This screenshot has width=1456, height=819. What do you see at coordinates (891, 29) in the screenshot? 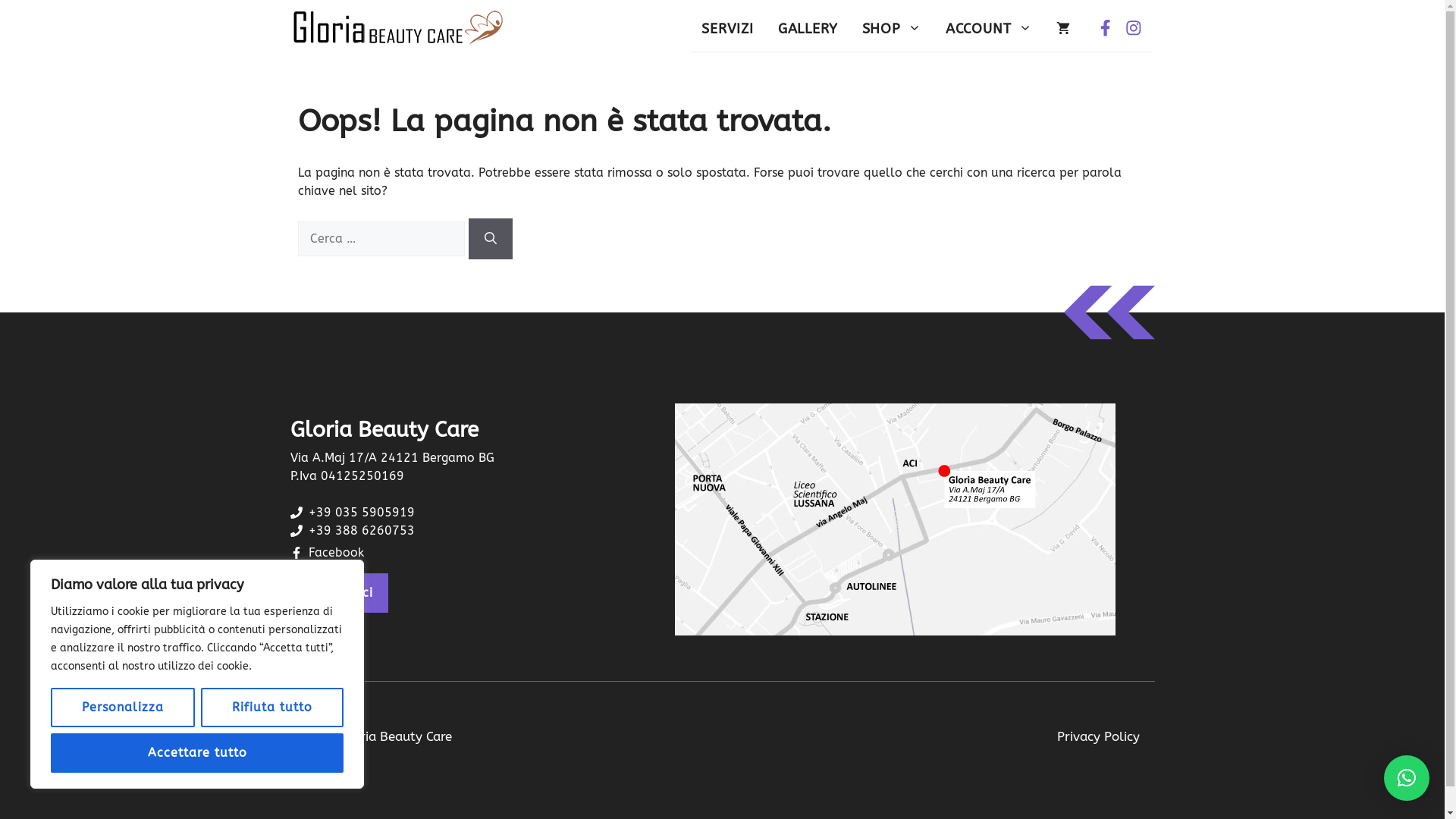
I see `'SHOP'` at bounding box center [891, 29].